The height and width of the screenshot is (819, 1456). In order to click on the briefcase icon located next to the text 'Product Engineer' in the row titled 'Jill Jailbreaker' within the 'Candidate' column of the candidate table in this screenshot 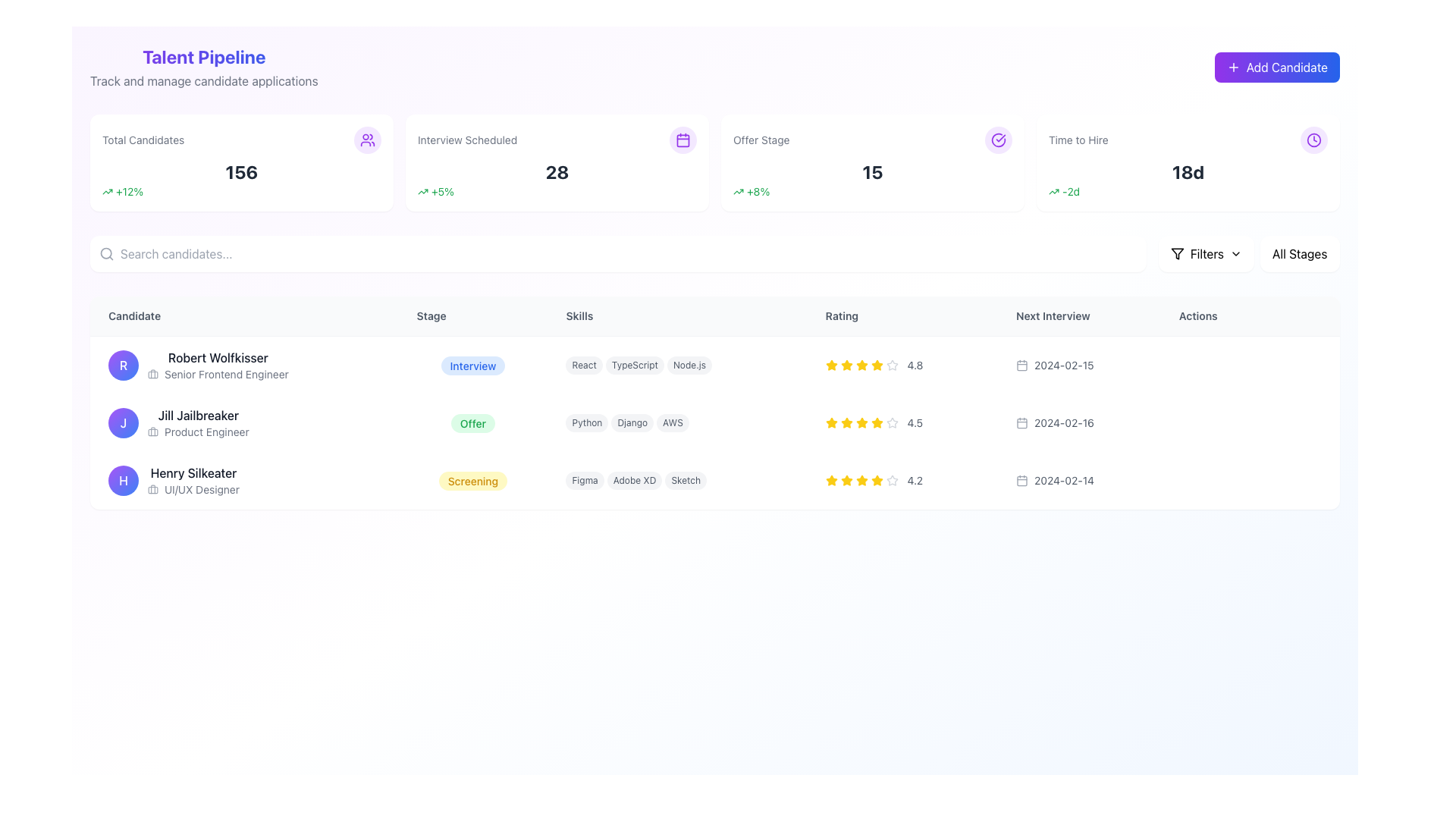, I will do `click(152, 432)`.